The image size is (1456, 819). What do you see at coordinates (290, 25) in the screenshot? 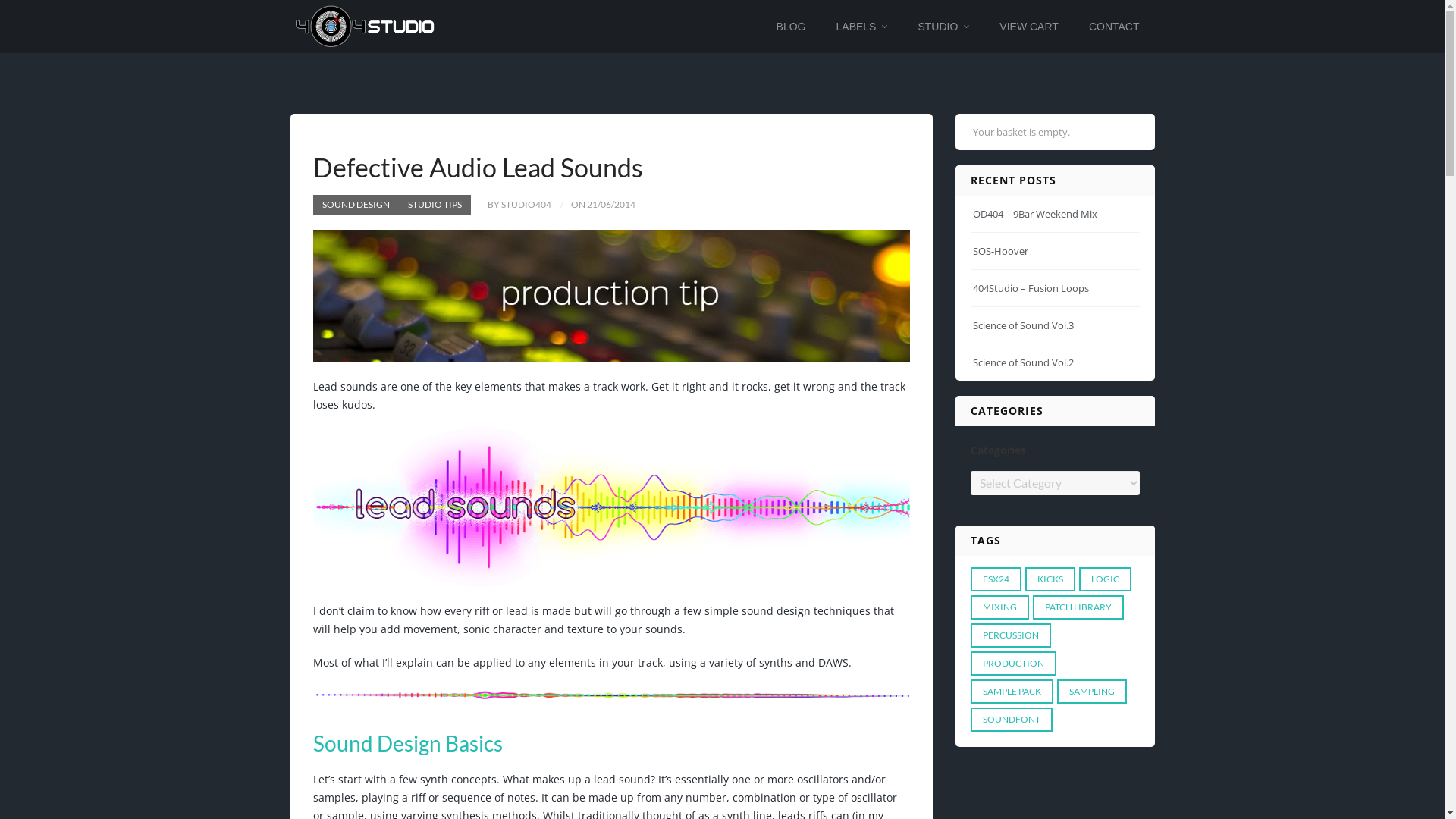
I see `'404Studio - Audio Production & Sound Design'` at bounding box center [290, 25].